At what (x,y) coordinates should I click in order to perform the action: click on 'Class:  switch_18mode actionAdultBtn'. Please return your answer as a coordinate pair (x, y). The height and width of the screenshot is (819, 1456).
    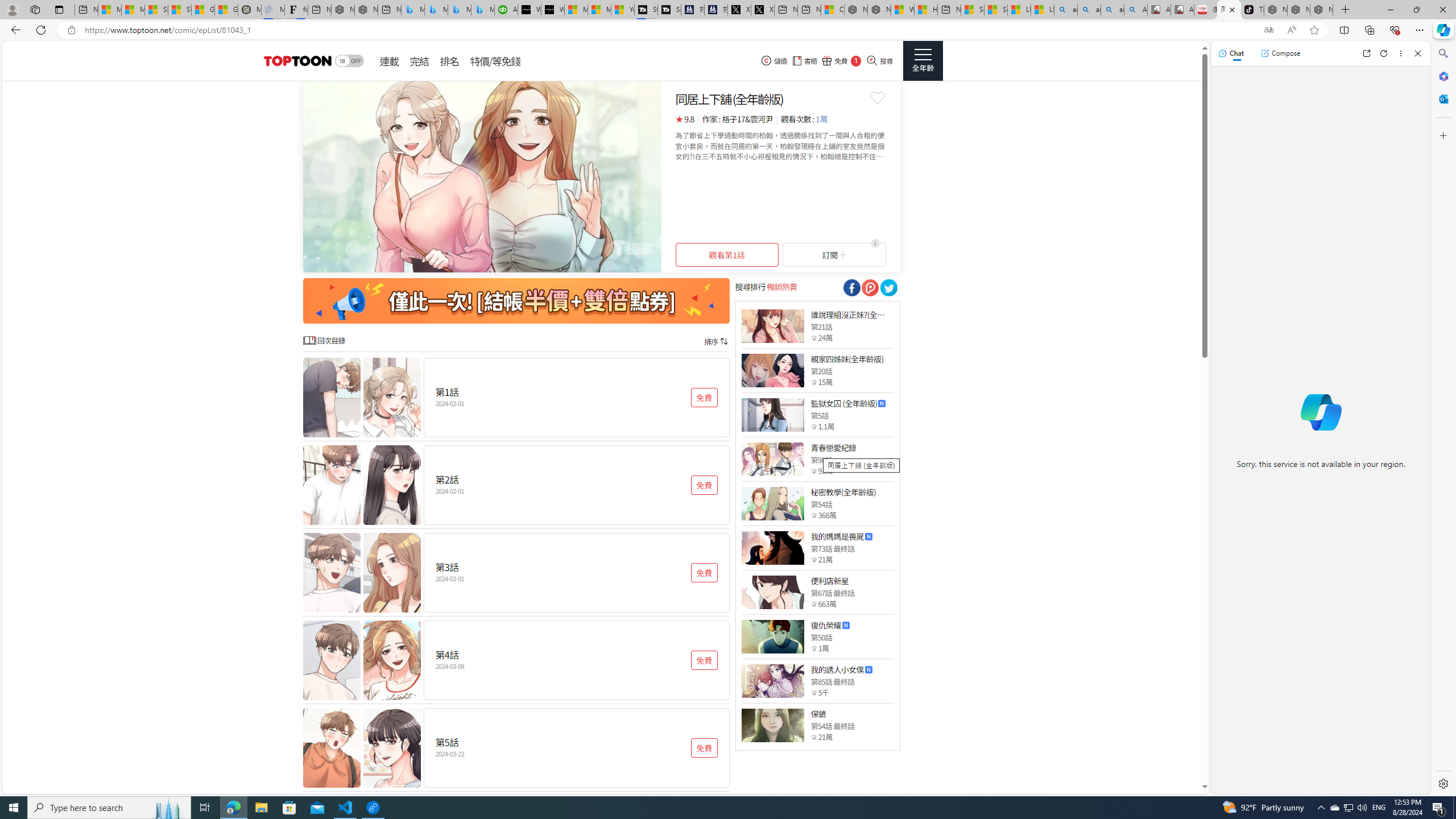
    Looking at the image, I should click on (349, 61).